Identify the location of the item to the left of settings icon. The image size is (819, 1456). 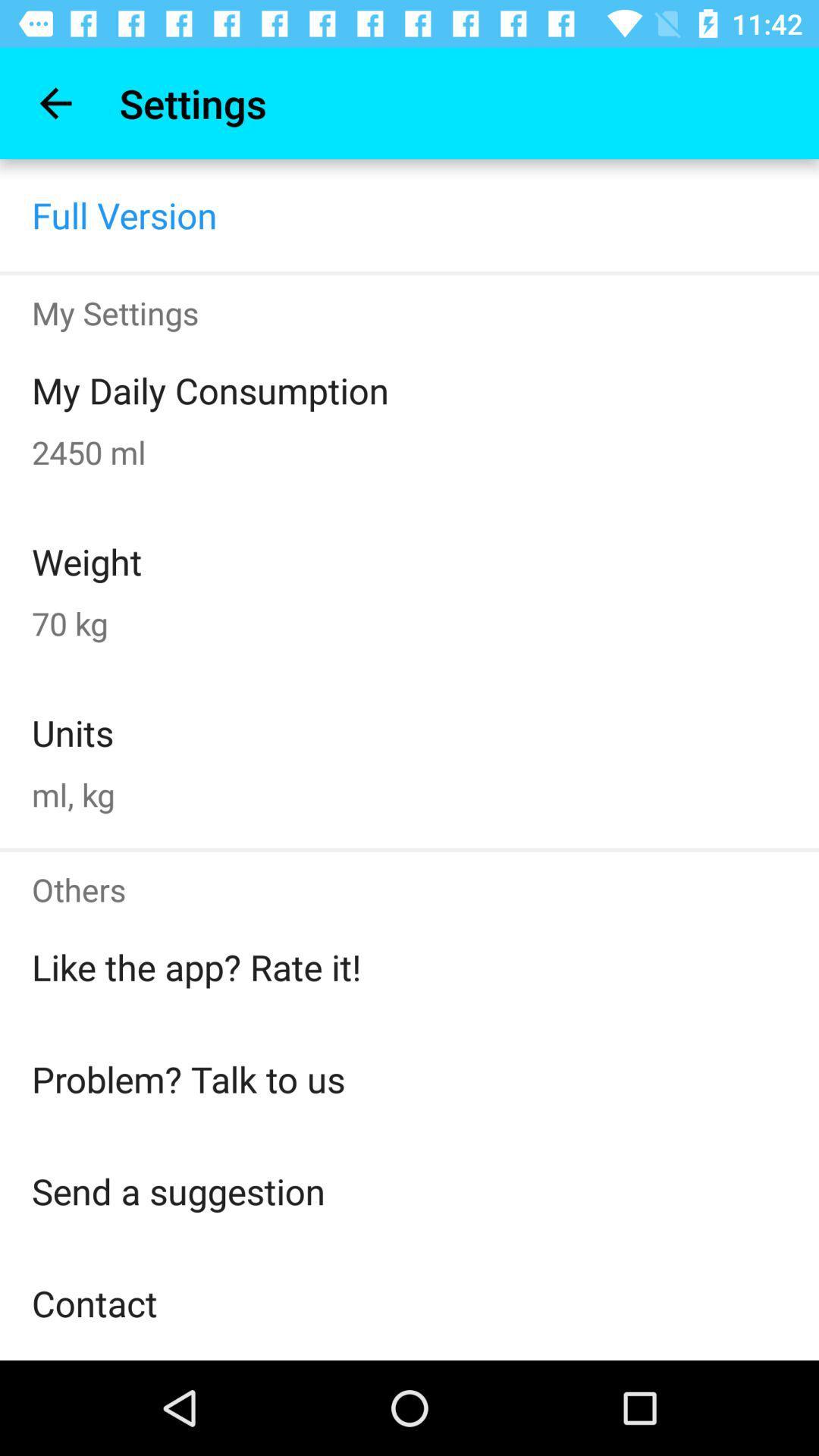
(55, 102).